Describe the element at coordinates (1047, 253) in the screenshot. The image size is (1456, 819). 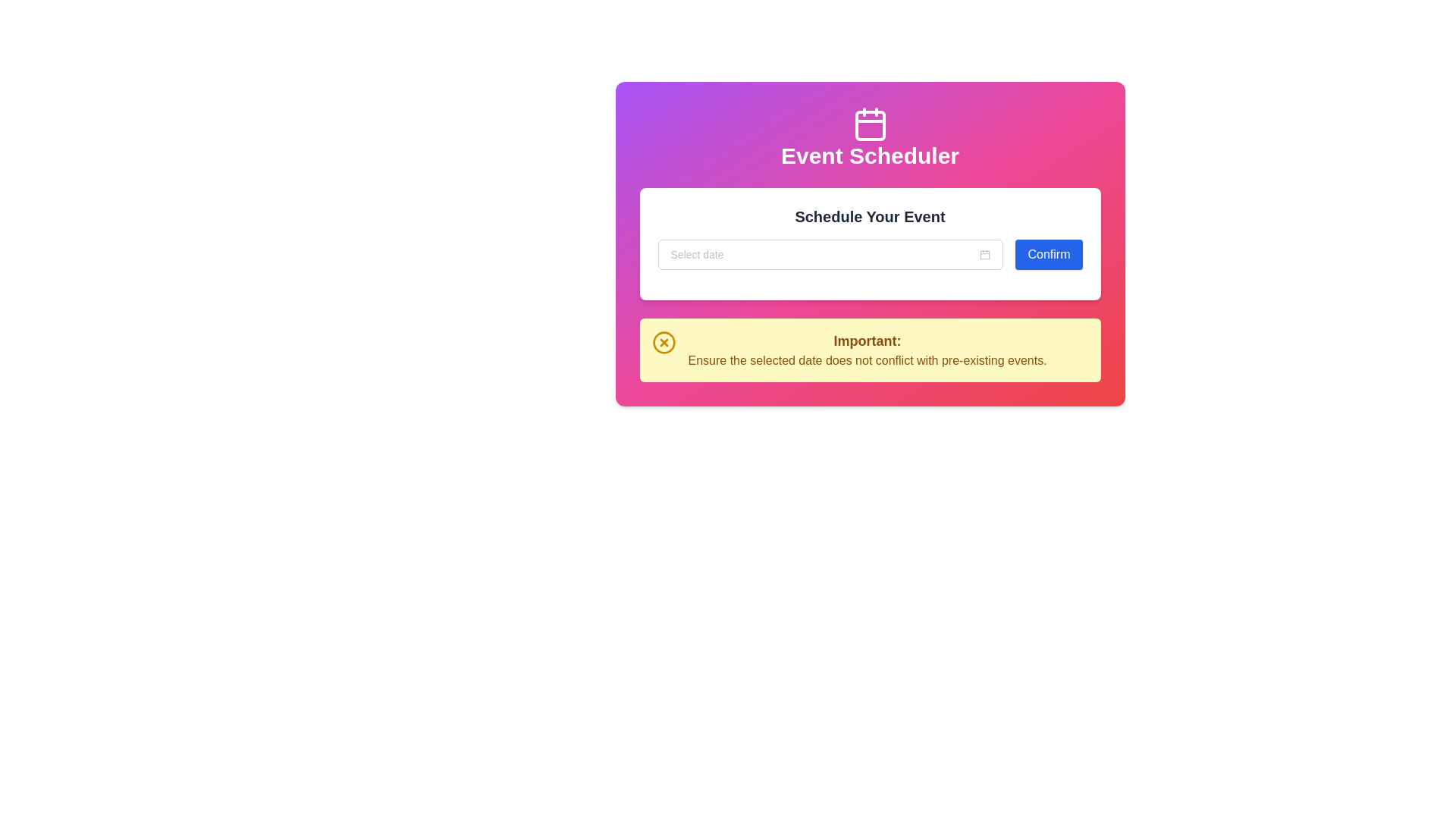
I see `the blue rectangular 'Confirm' button with white text to confirm the action` at that location.